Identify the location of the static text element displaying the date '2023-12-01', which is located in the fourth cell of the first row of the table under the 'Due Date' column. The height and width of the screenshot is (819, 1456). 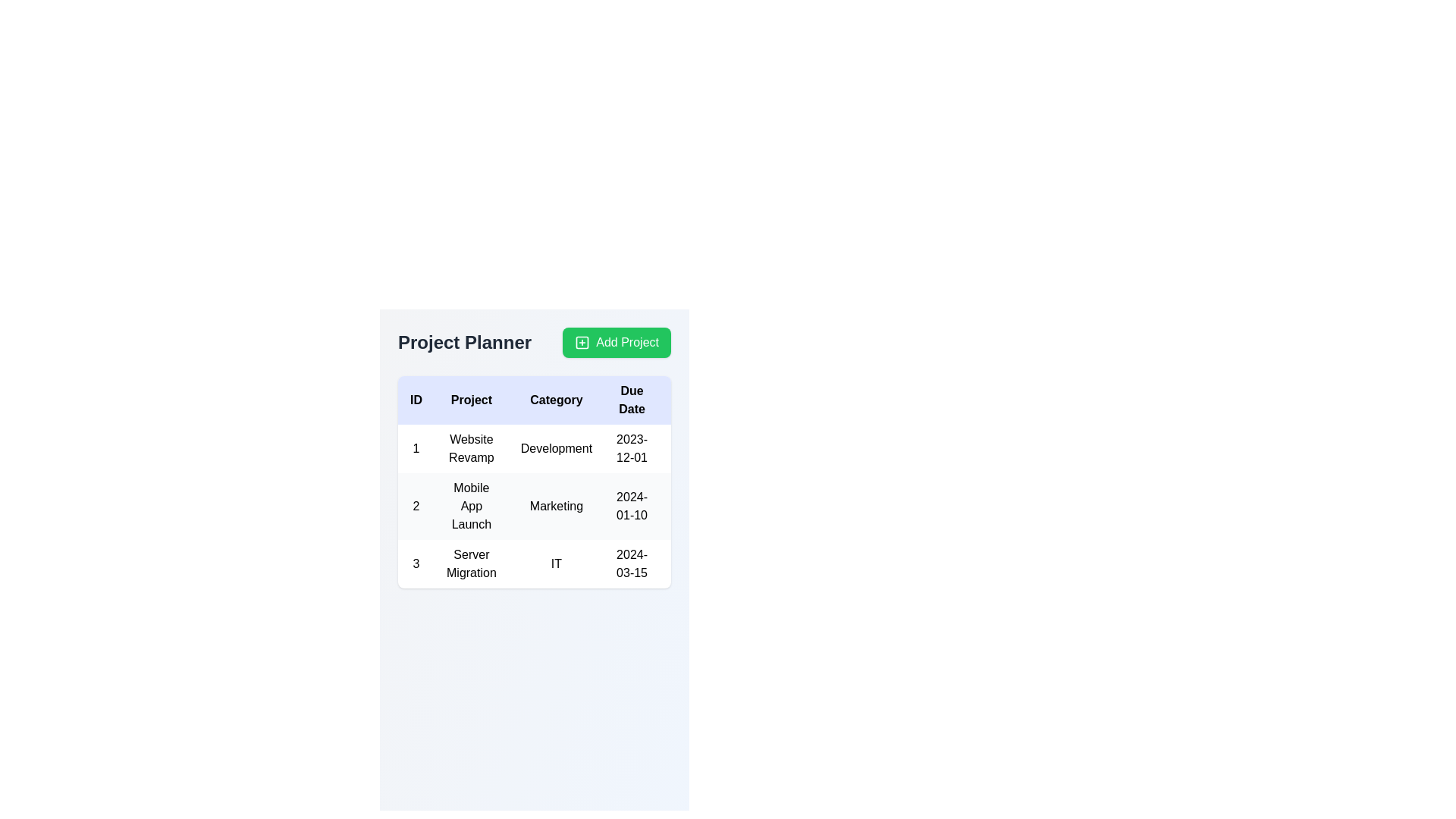
(632, 447).